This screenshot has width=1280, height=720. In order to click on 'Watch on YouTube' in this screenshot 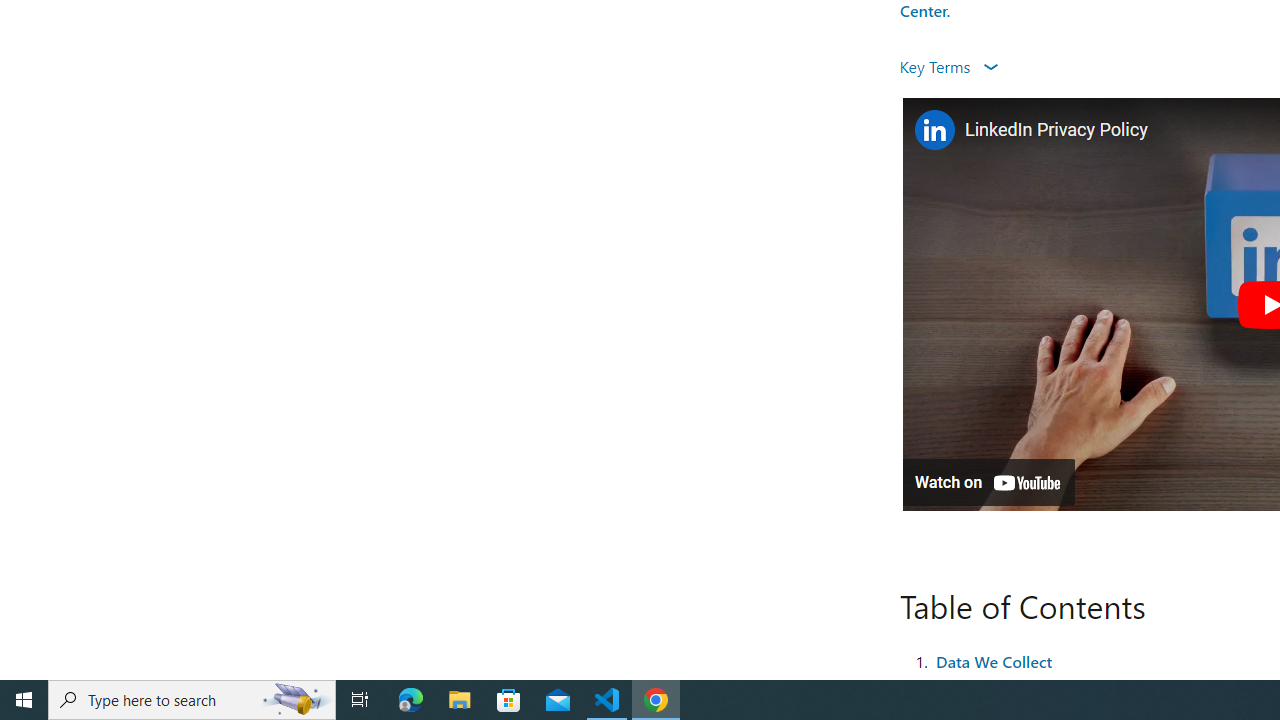, I will do `click(988, 482)`.